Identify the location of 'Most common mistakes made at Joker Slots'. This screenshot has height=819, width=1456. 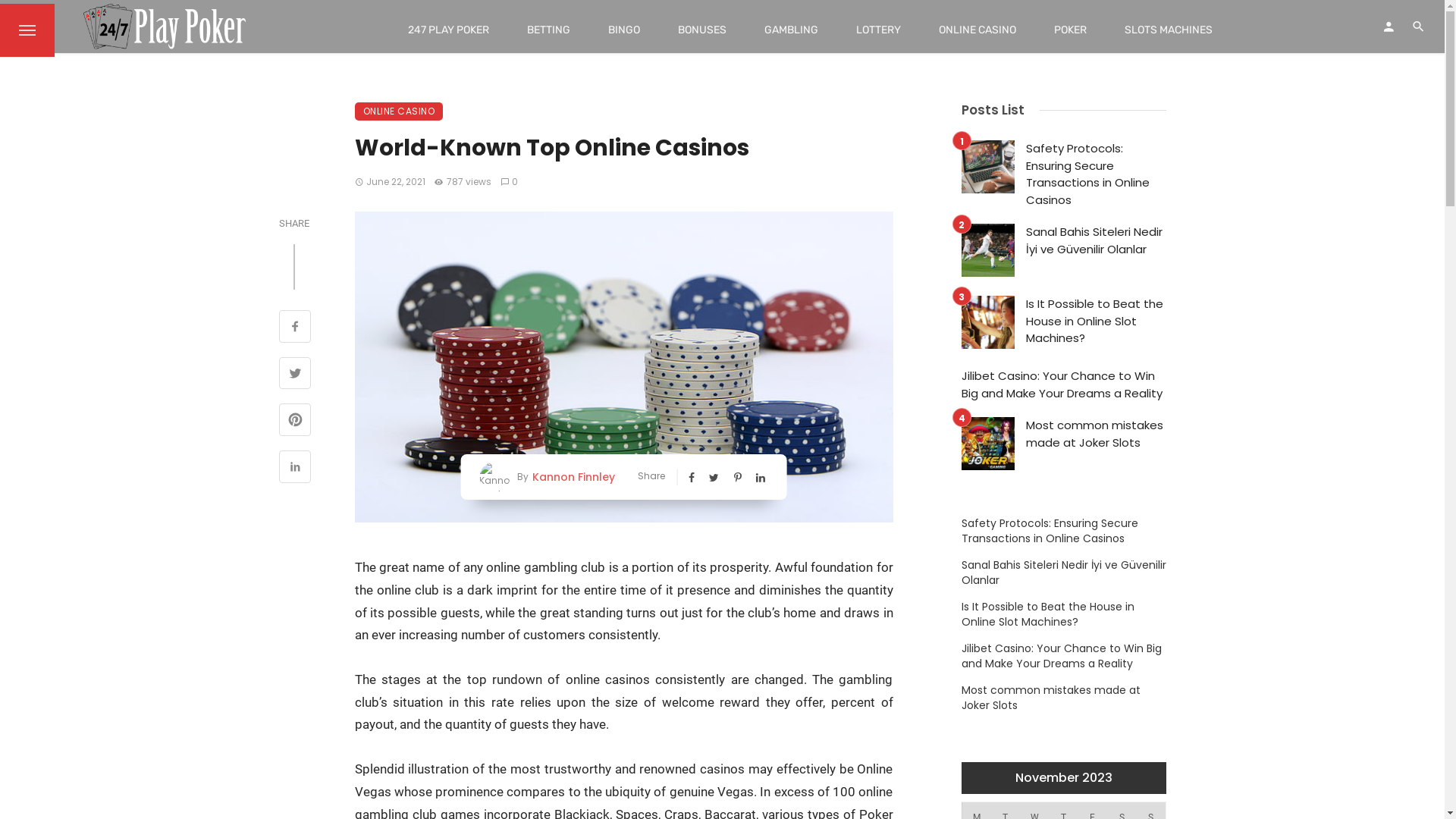
(1062, 698).